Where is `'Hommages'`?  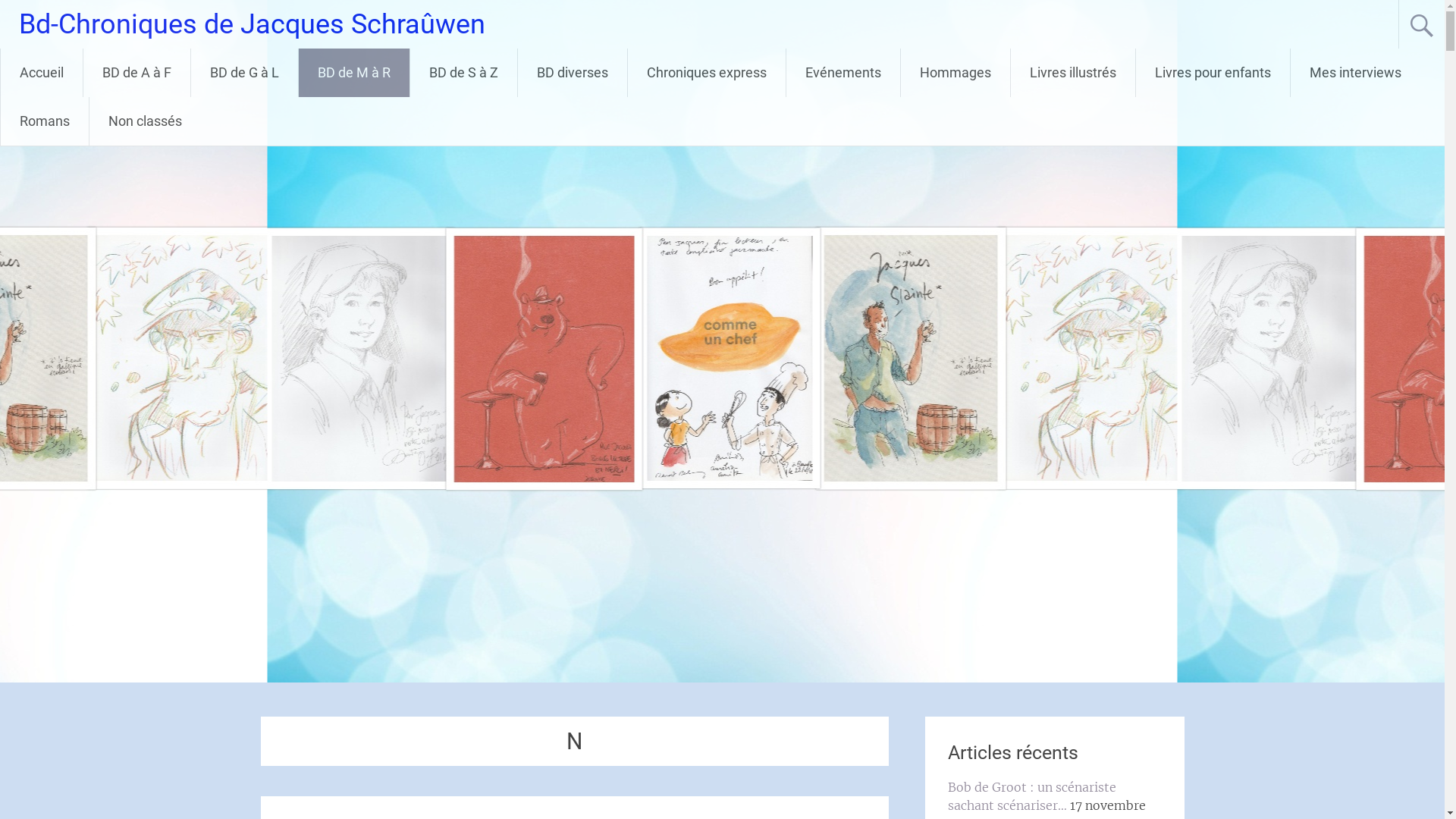 'Hommages' is located at coordinates (954, 73).